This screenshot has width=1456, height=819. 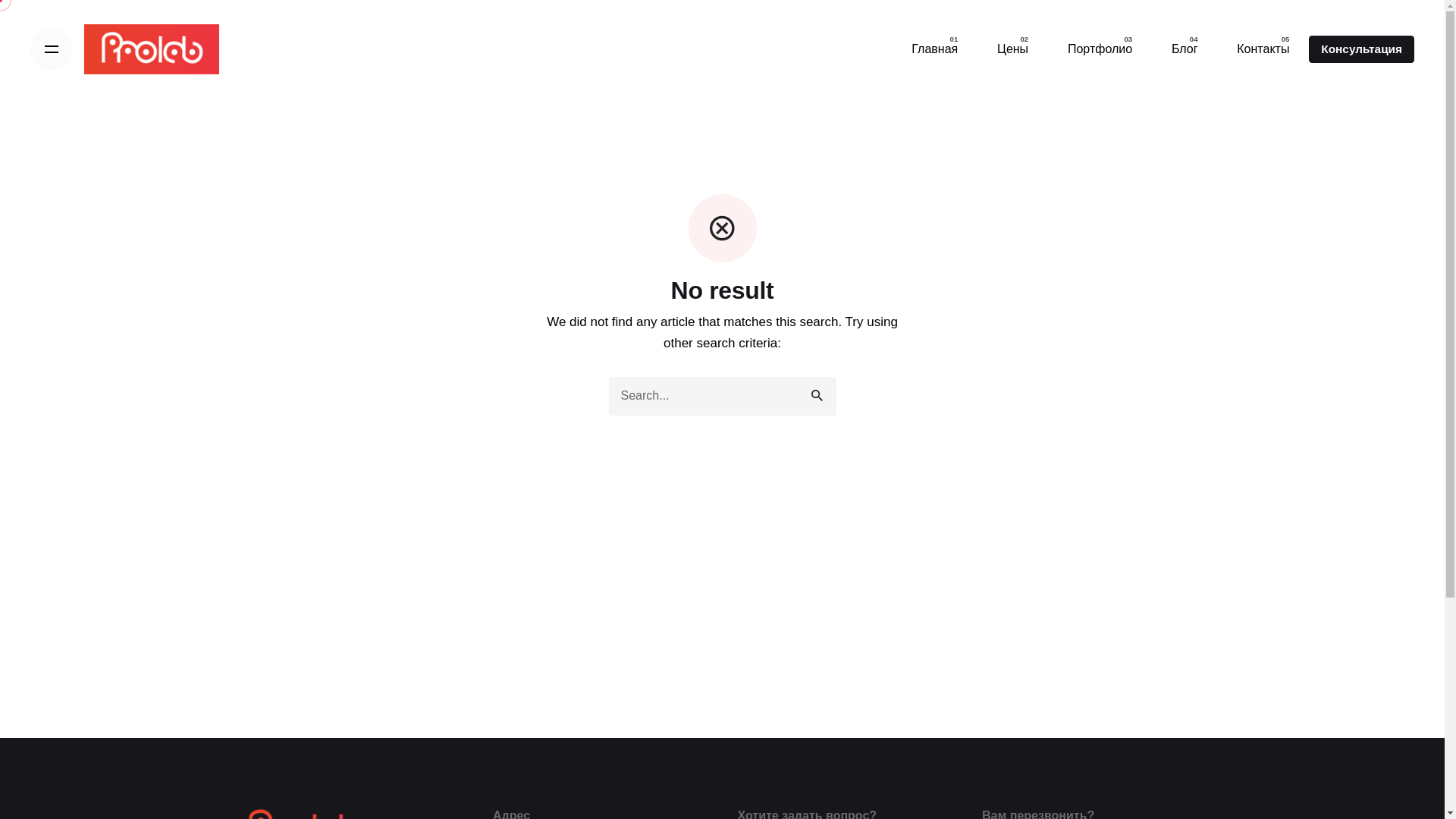 What do you see at coordinates (0, 0) in the screenshot?
I see `'Skip to content'` at bounding box center [0, 0].